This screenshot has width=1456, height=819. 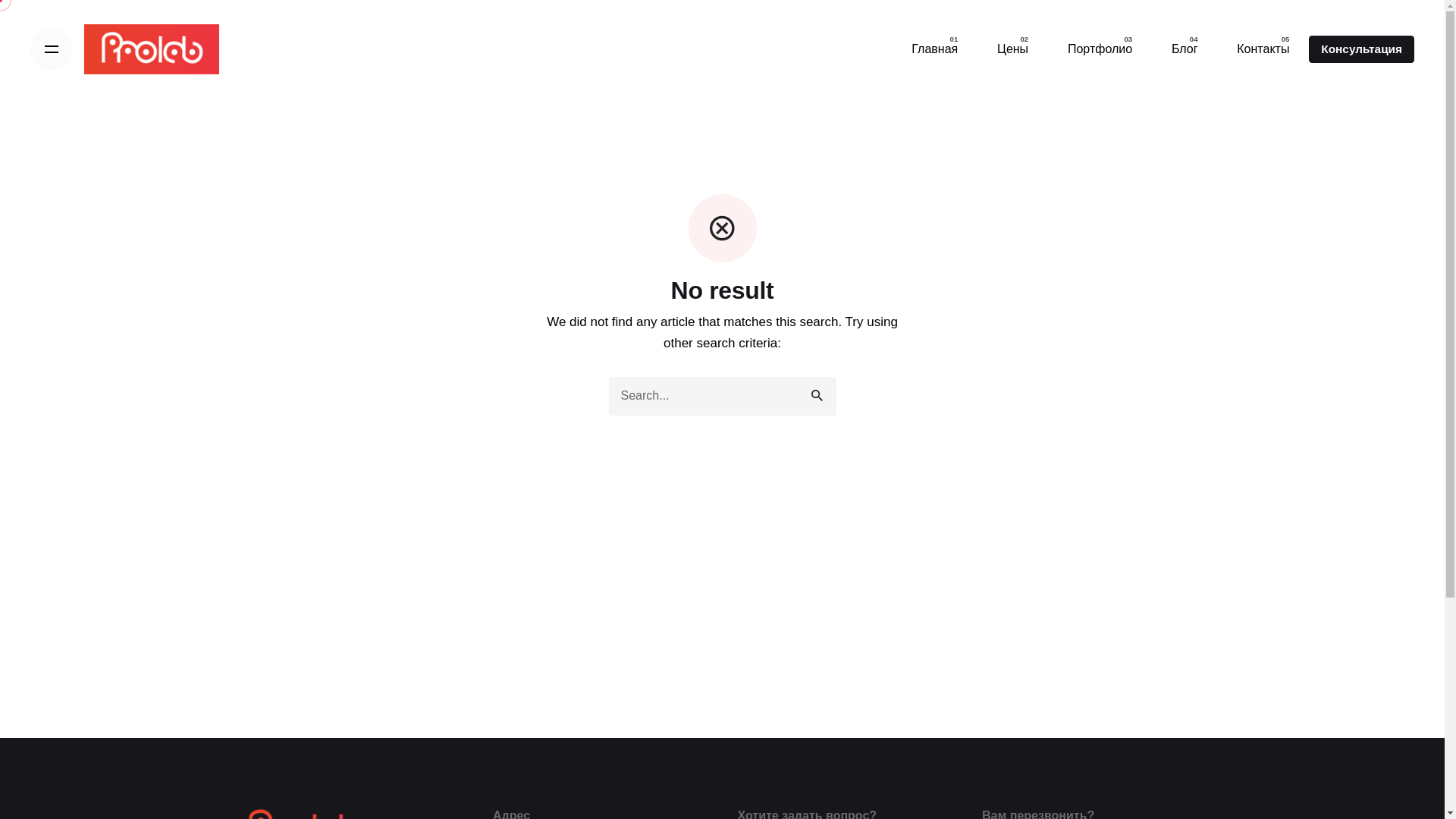 What do you see at coordinates (0, 0) in the screenshot?
I see `'Skip to content'` at bounding box center [0, 0].